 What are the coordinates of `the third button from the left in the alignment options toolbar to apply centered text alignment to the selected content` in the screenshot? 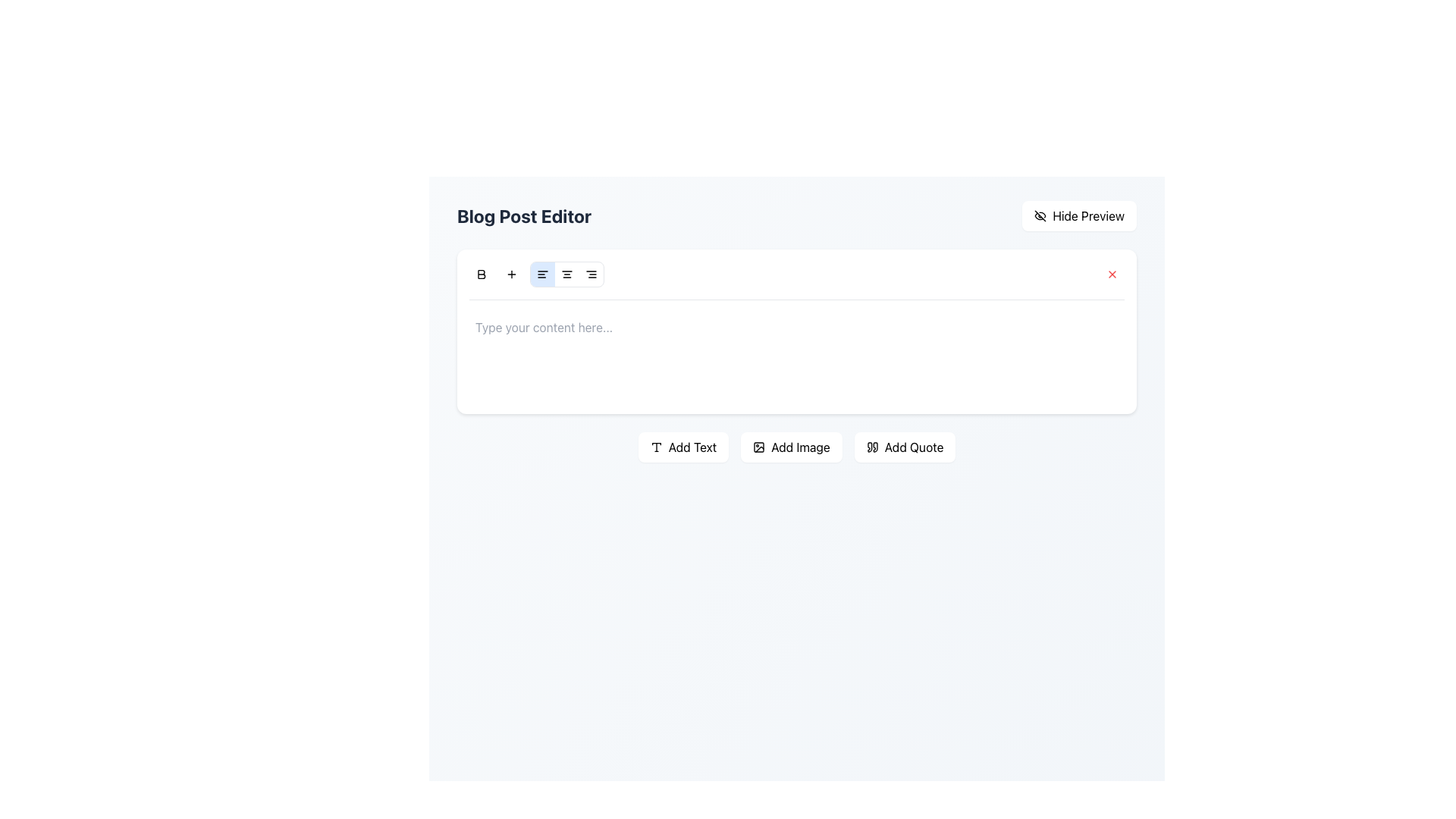 It's located at (566, 275).